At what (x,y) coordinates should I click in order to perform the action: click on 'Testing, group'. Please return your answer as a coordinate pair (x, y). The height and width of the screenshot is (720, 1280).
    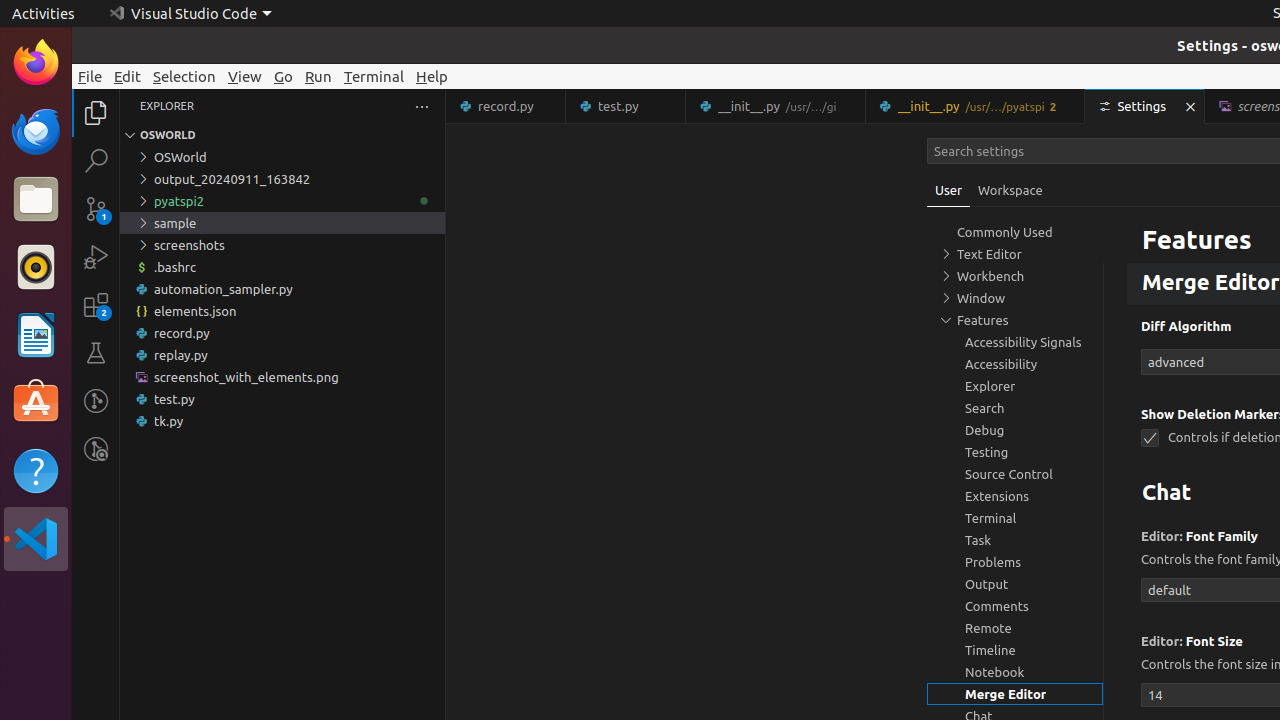
    Looking at the image, I should click on (1015, 452).